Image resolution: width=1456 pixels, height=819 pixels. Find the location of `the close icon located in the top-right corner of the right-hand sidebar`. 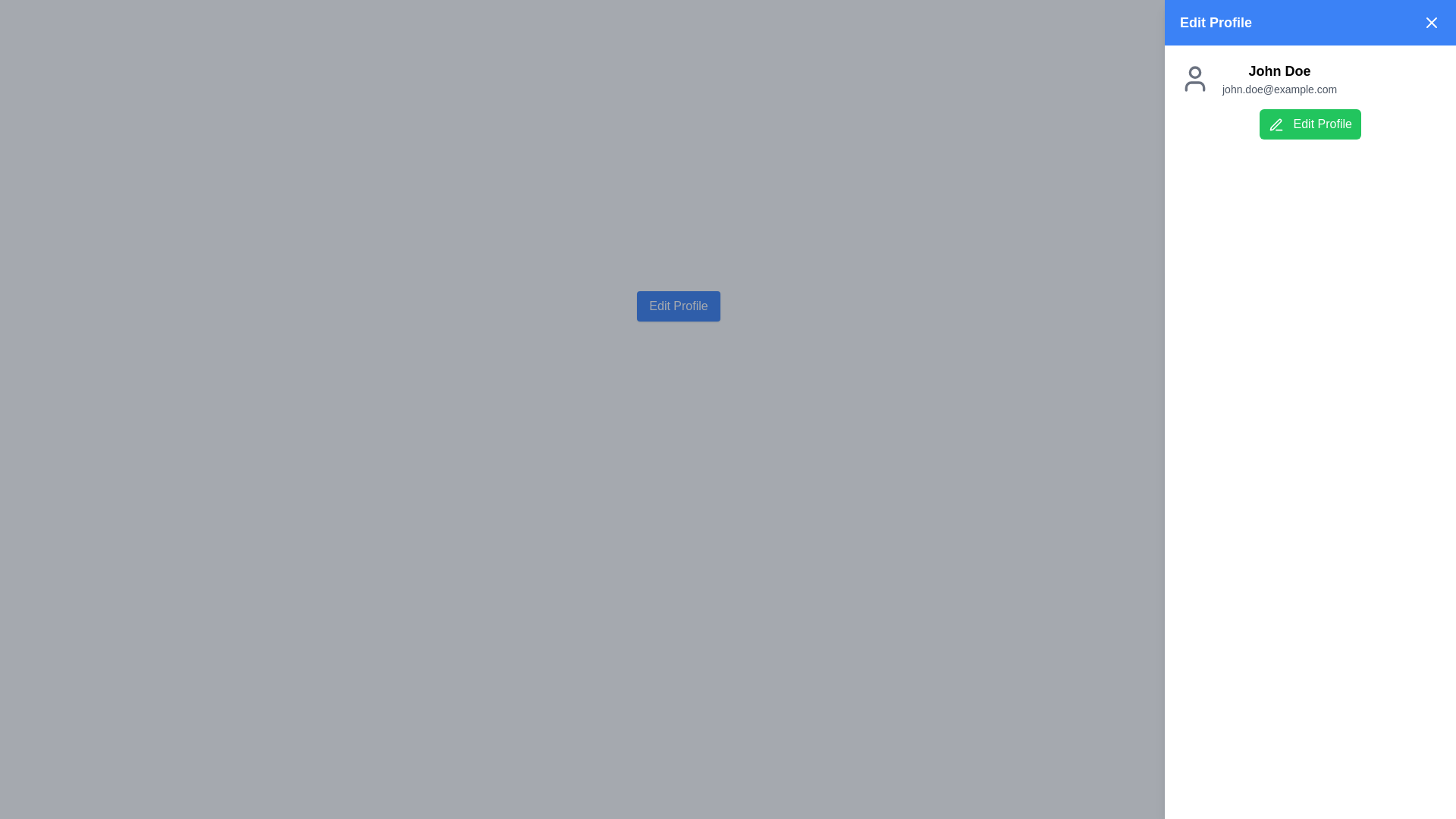

the close icon located in the top-right corner of the right-hand sidebar is located at coordinates (1430, 23).